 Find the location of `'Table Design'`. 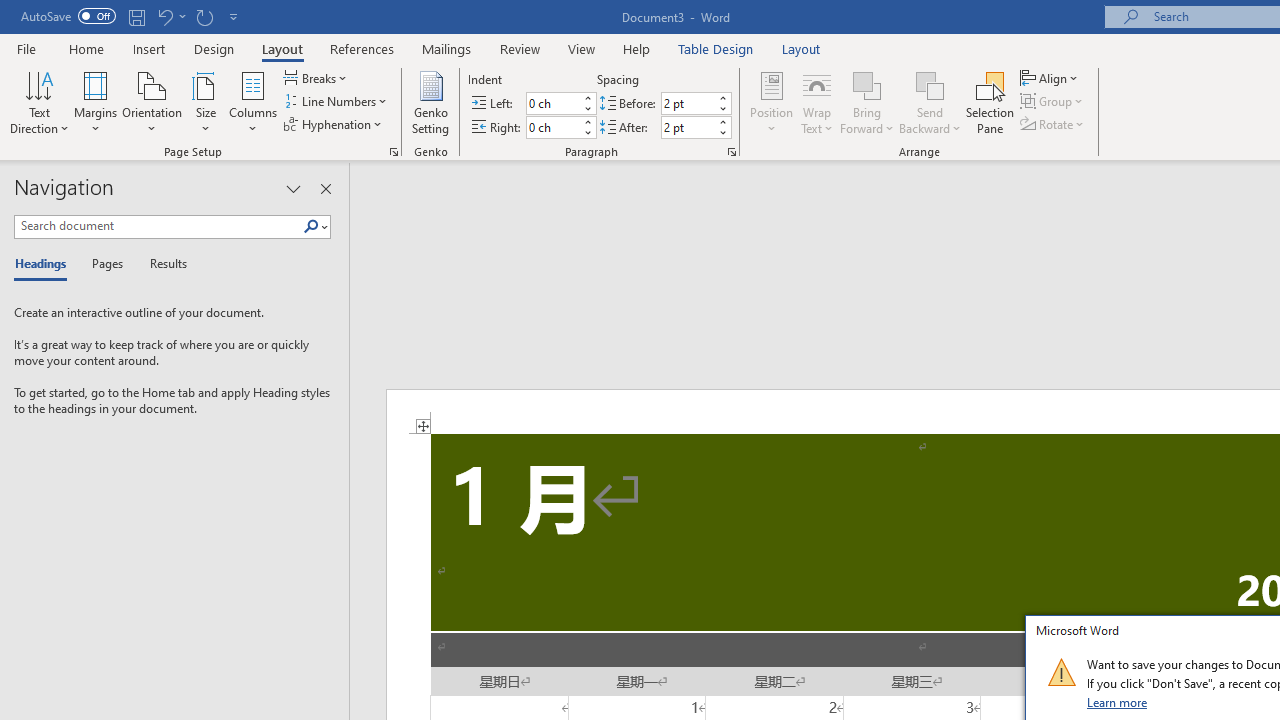

'Table Design' is located at coordinates (716, 48).